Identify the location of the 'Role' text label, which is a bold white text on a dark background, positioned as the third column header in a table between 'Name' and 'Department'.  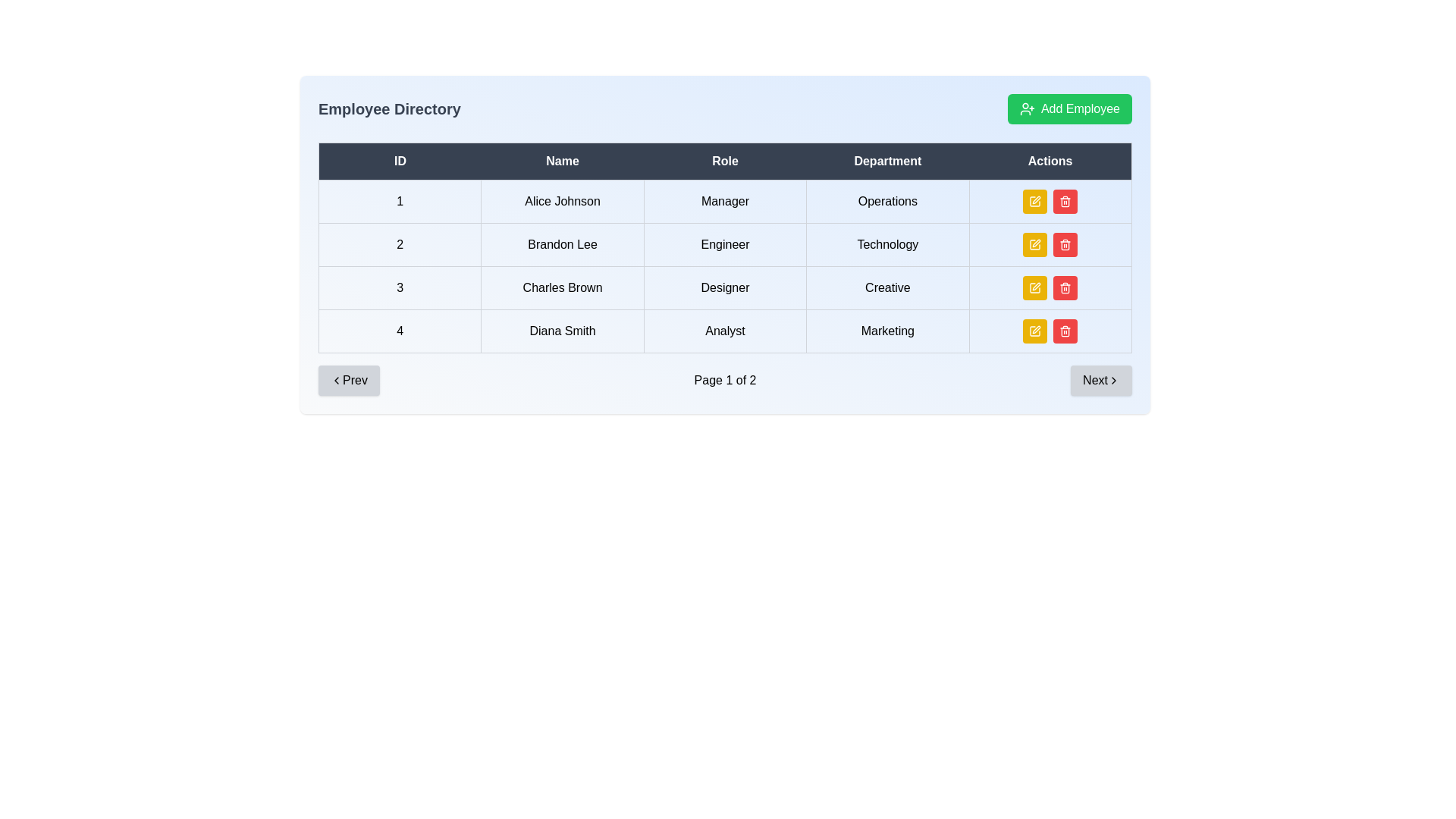
(724, 161).